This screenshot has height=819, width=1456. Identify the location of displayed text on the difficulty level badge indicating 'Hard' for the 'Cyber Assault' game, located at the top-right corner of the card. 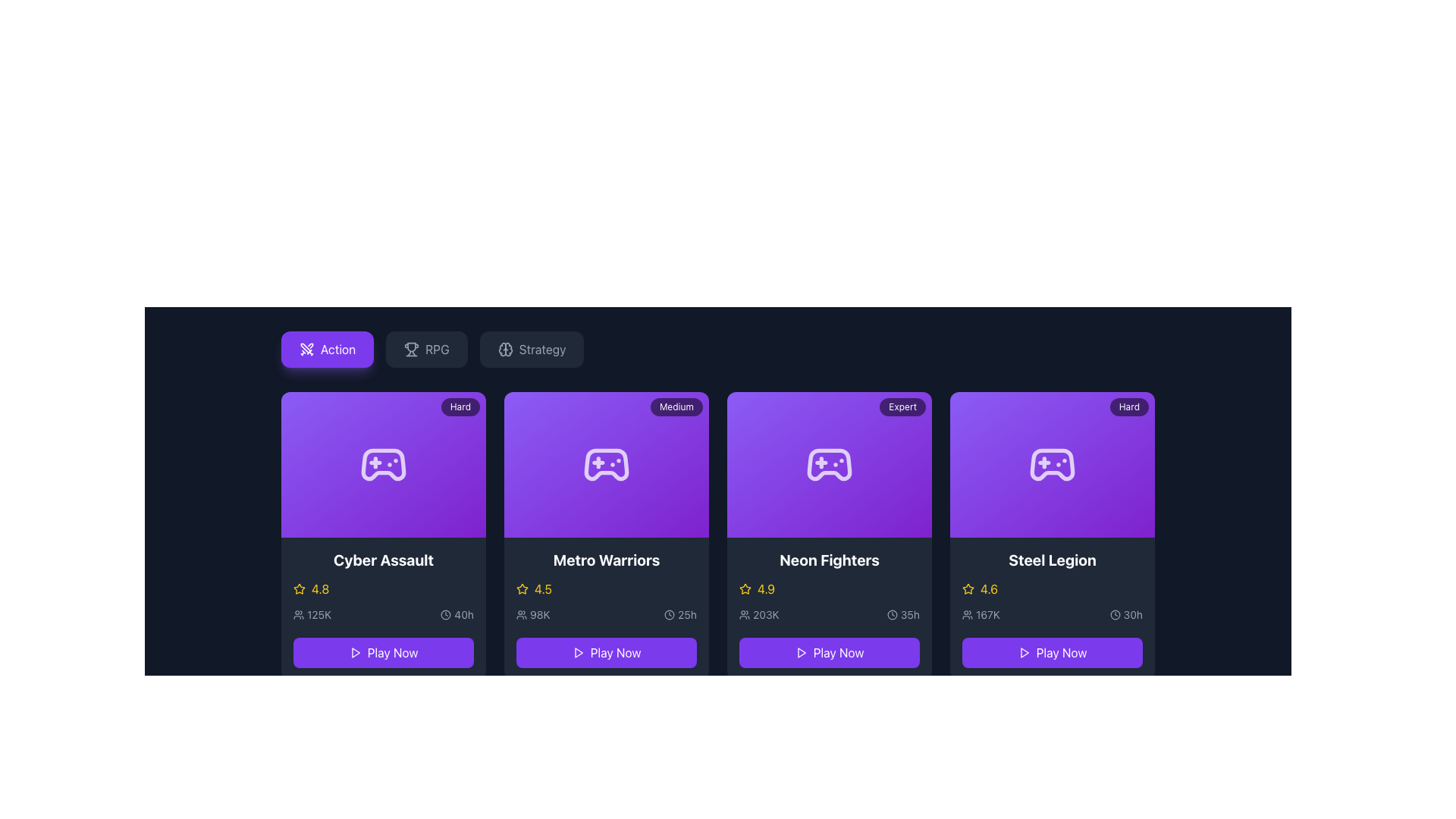
(460, 406).